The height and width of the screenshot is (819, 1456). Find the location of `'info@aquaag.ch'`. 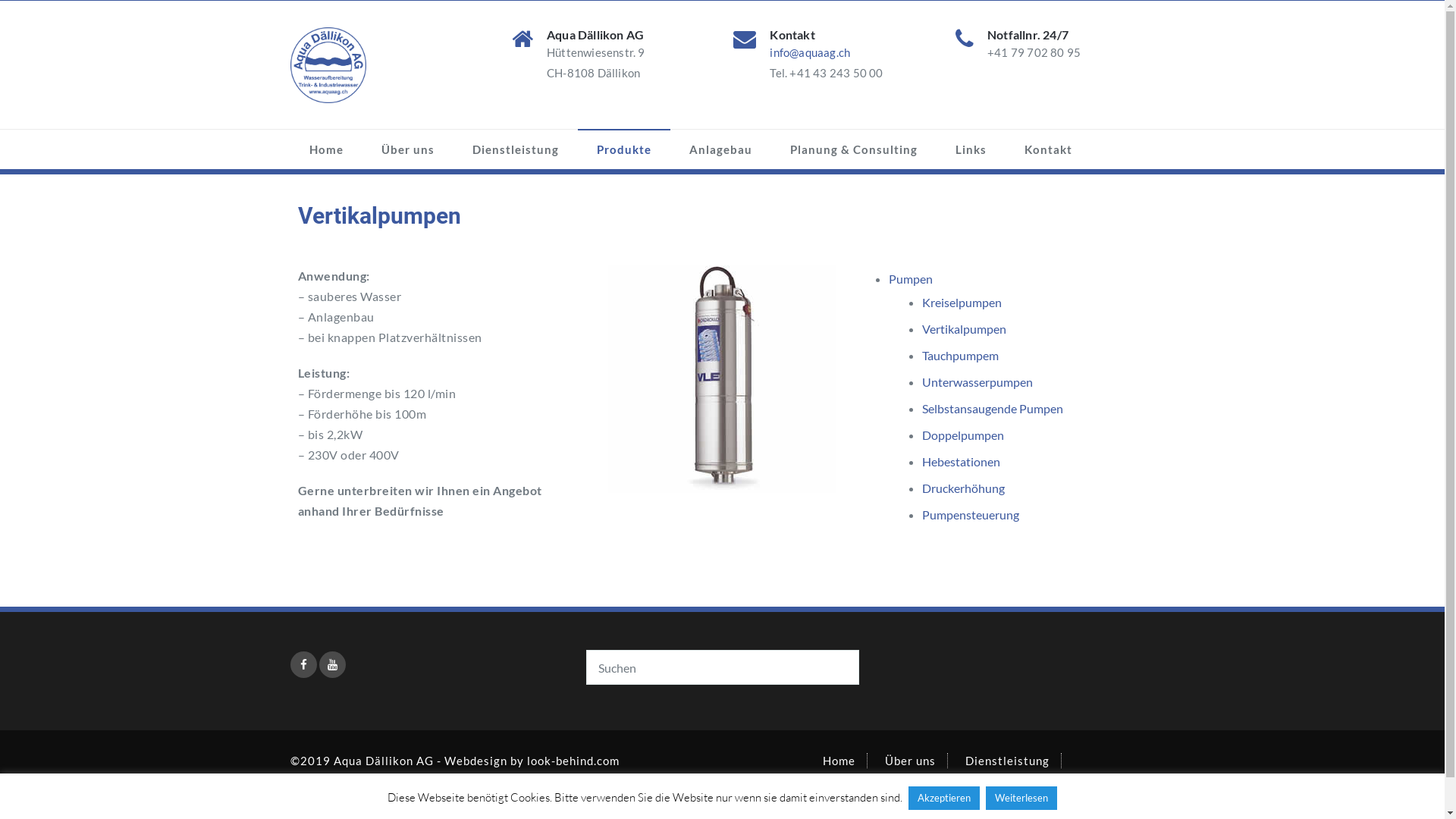

'info@aquaag.ch' is located at coordinates (809, 52).